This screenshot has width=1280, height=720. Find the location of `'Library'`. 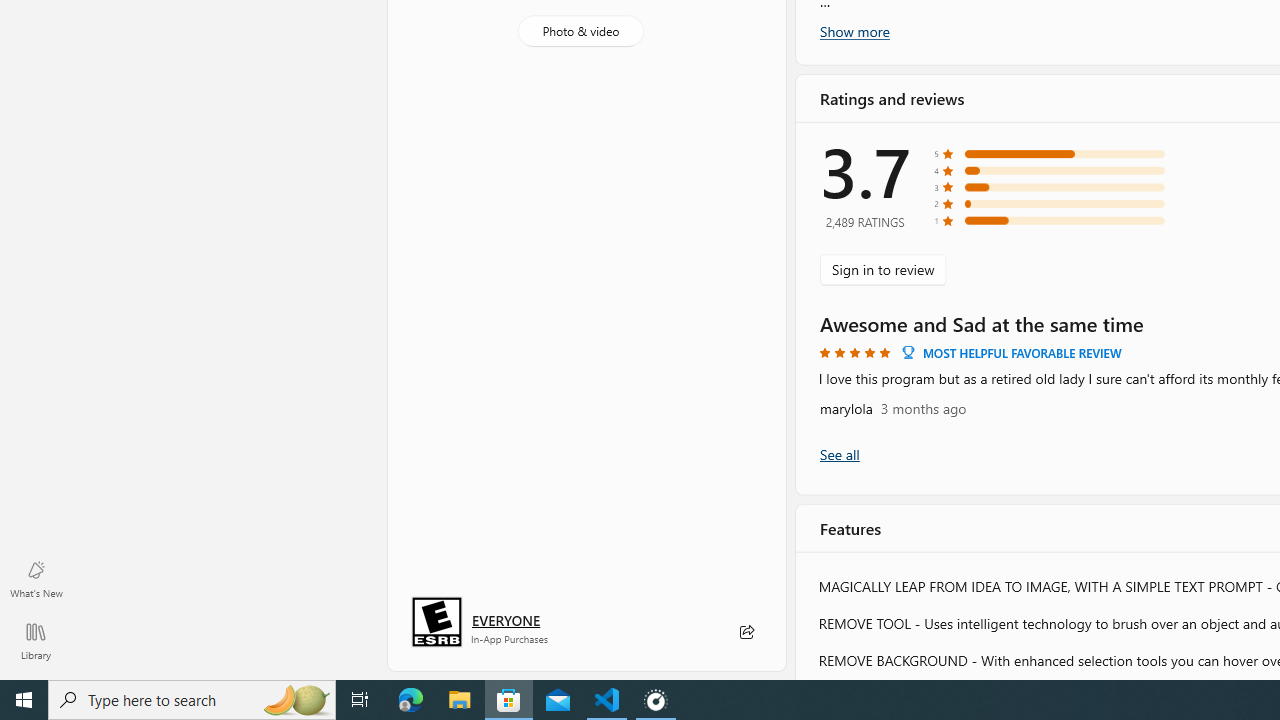

'Library' is located at coordinates (35, 640).